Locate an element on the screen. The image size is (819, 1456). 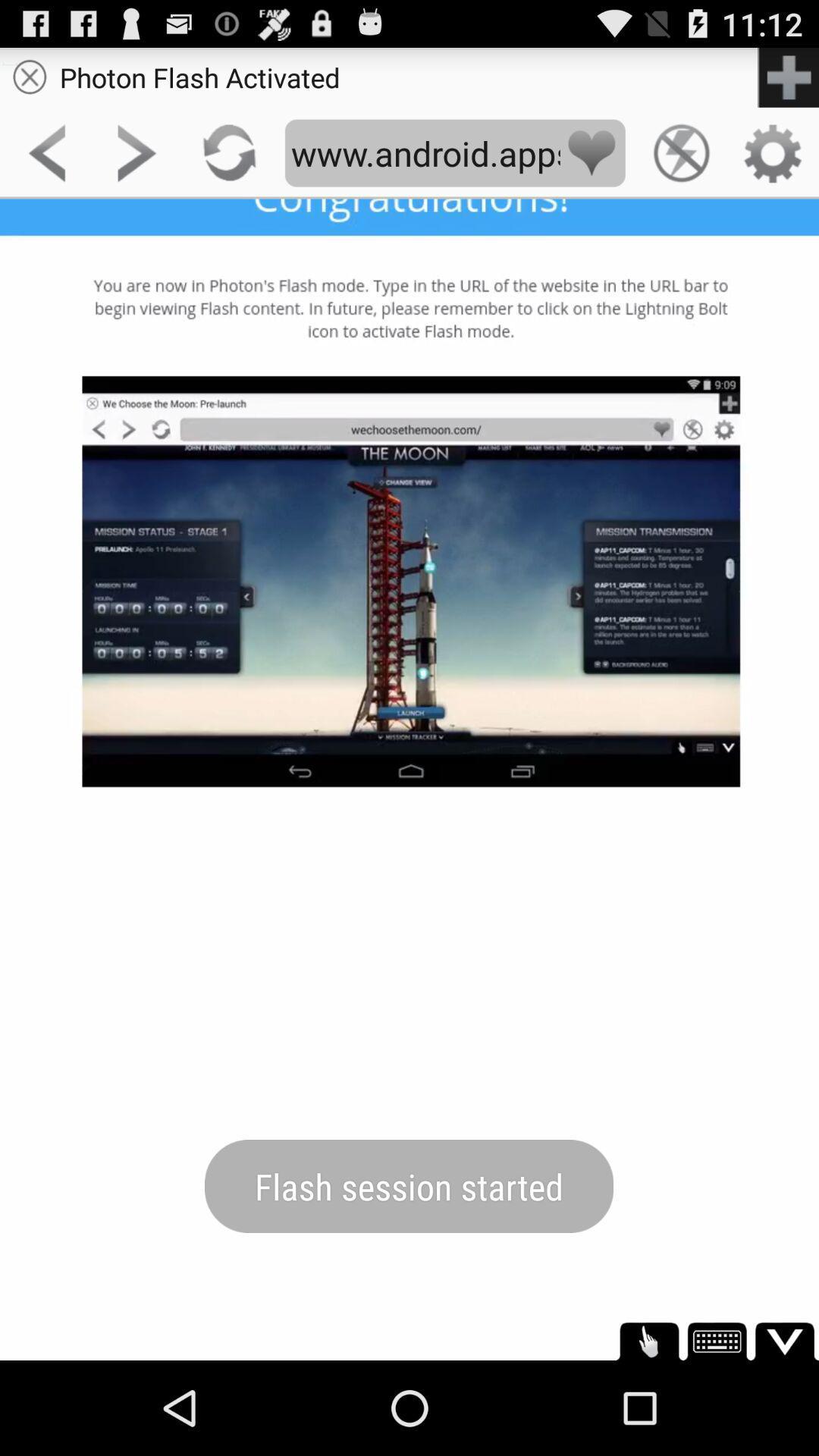
the flash icon is located at coordinates (680, 164).